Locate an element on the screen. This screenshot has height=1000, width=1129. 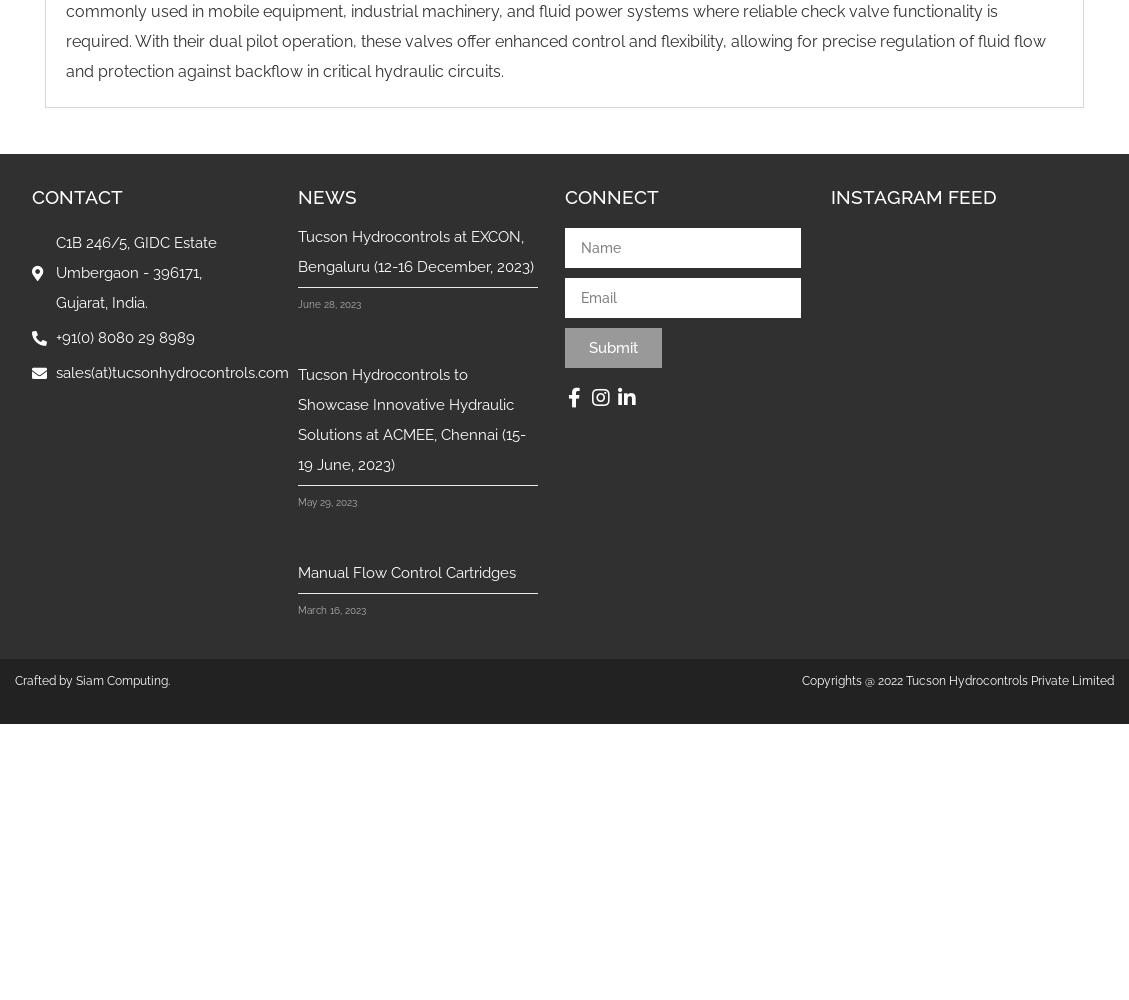
'June 28, 2023' is located at coordinates (329, 304).